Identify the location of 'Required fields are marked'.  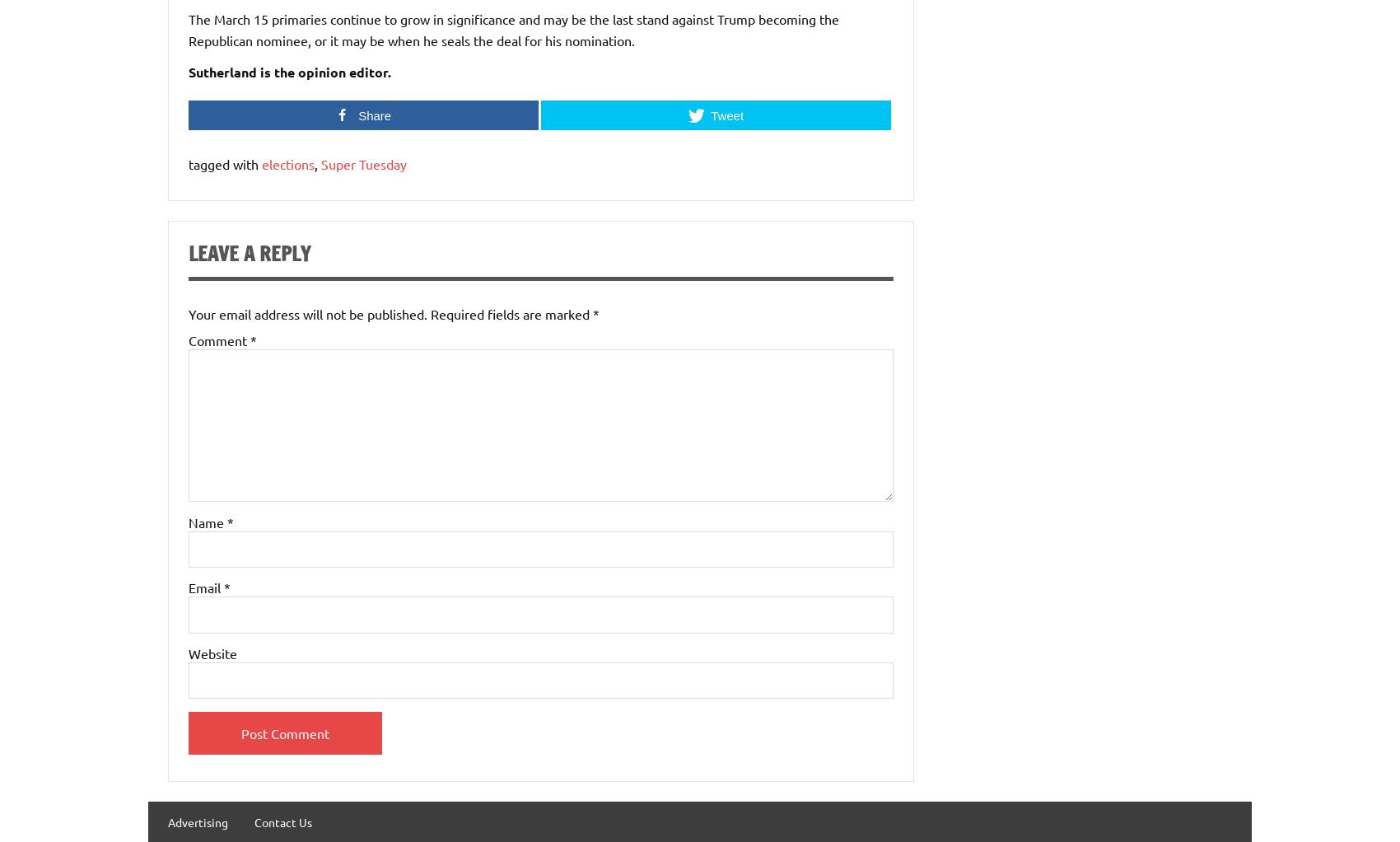
(511, 313).